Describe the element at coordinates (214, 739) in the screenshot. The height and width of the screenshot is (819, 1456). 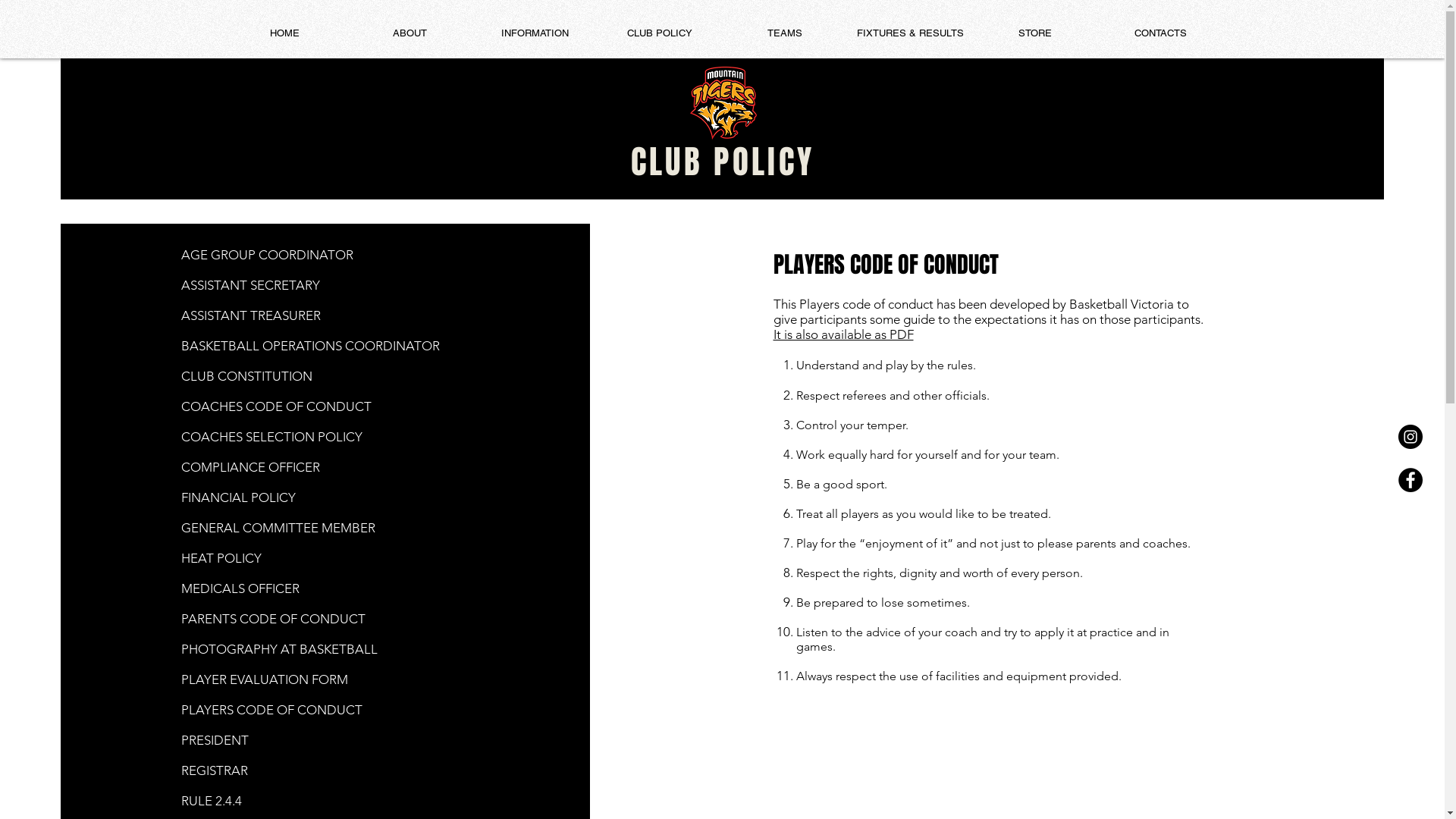
I see `'PRESIDENT'` at that location.